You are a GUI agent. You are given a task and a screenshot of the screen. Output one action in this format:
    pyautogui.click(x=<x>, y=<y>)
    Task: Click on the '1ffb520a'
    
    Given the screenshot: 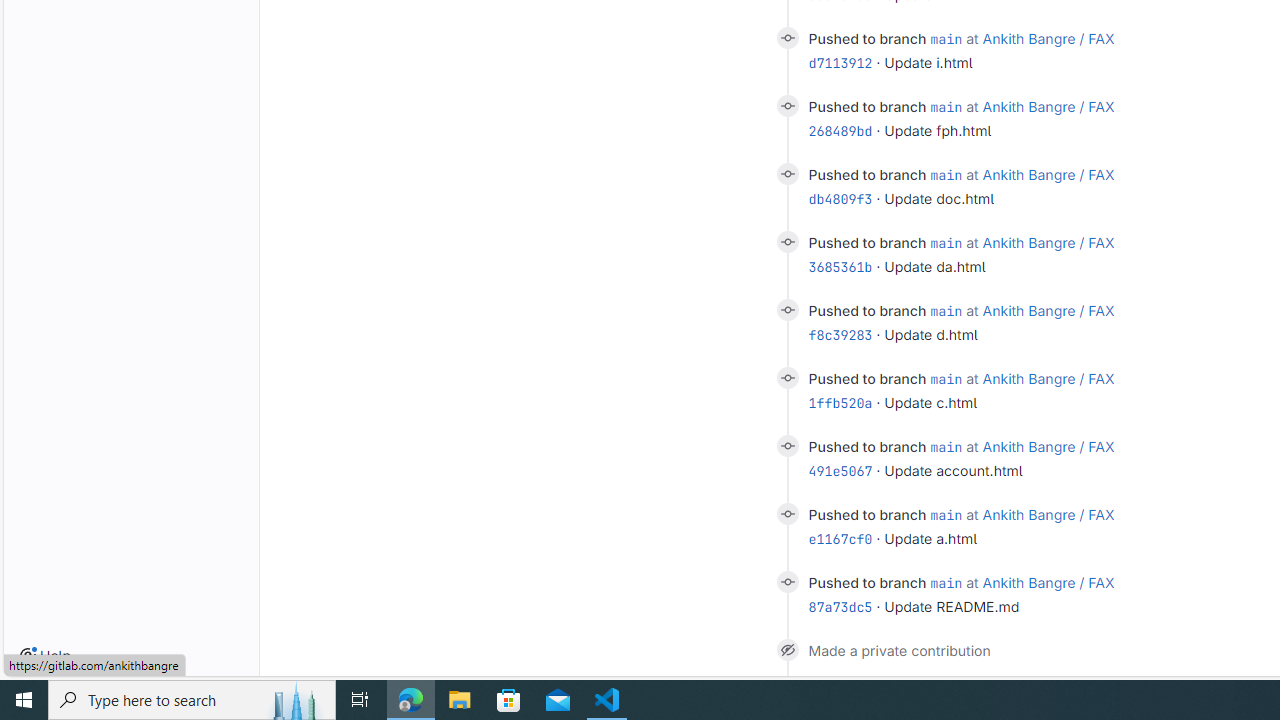 What is the action you would take?
    pyautogui.click(x=840, y=402)
    